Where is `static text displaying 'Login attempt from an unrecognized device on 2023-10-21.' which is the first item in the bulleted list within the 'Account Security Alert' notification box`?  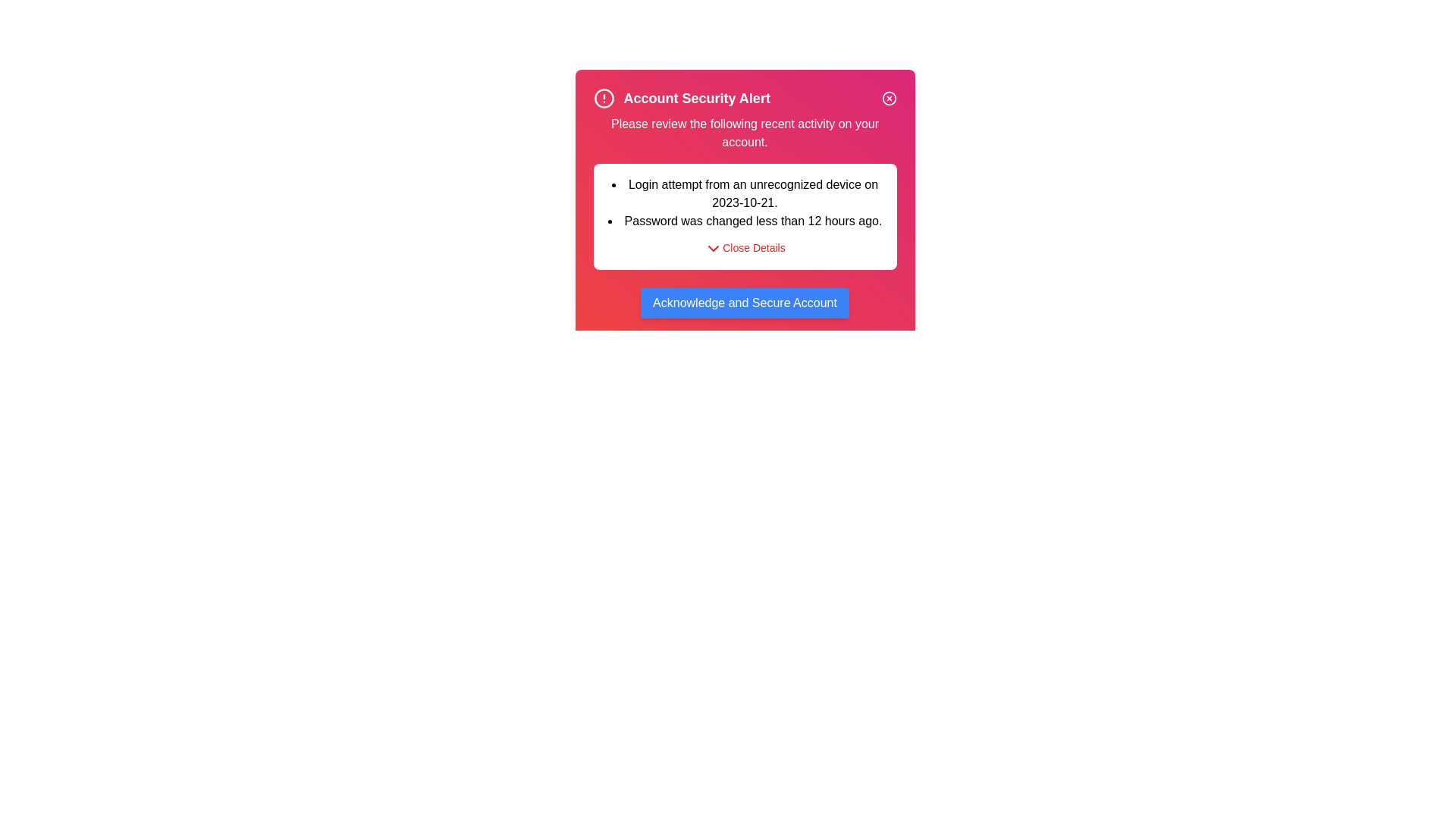
static text displaying 'Login attempt from an unrecognized device on 2023-10-21.' which is the first item in the bulleted list within the 'Account Security Alert' notification box is located at coordinates (745, 193).